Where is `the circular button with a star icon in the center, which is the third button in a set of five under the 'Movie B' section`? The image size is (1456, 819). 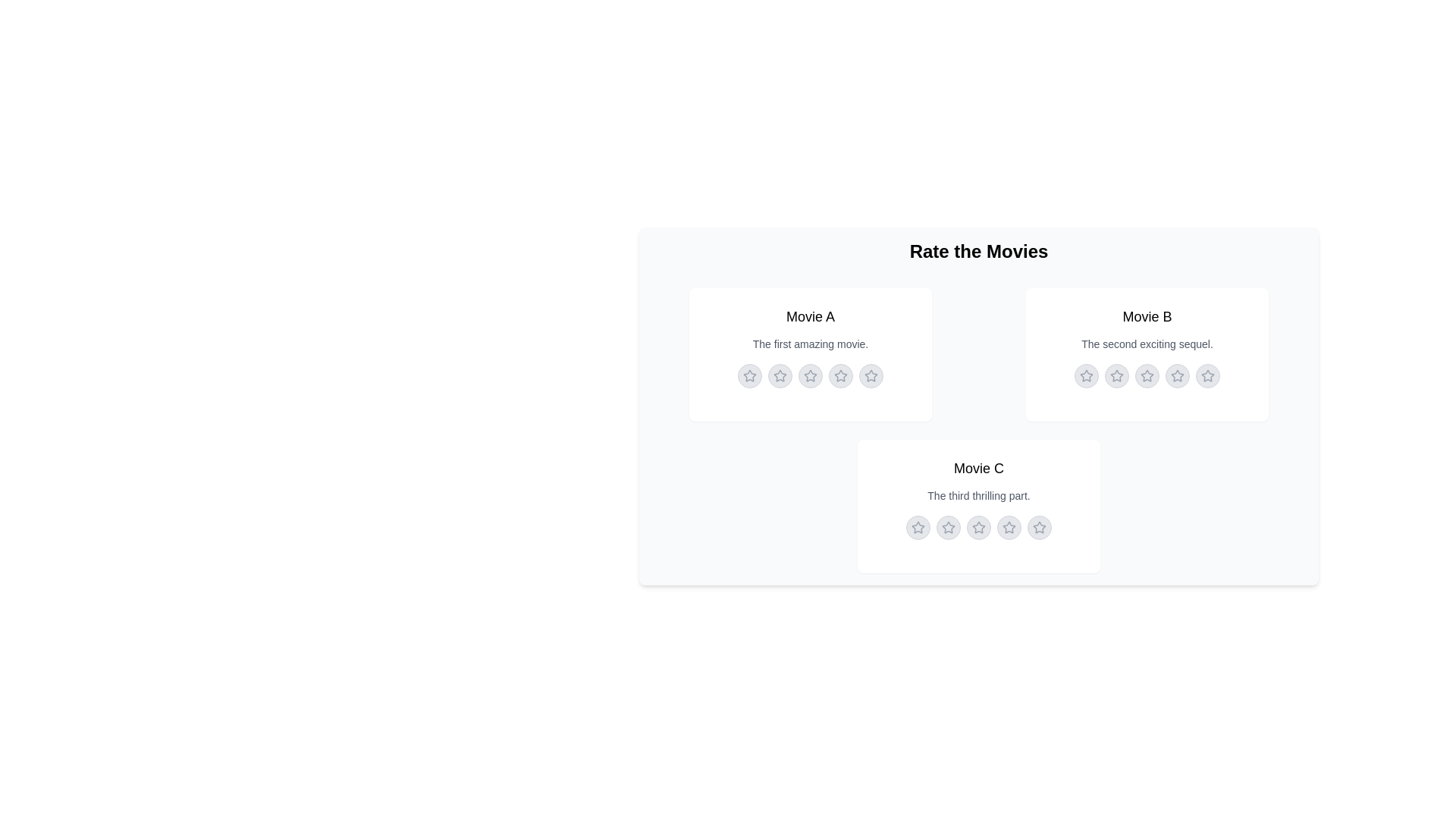
the circular button with a star icon in the center, which is the third button in a set of five under the 'Movie B' section is located at coordinates (1147, 375).